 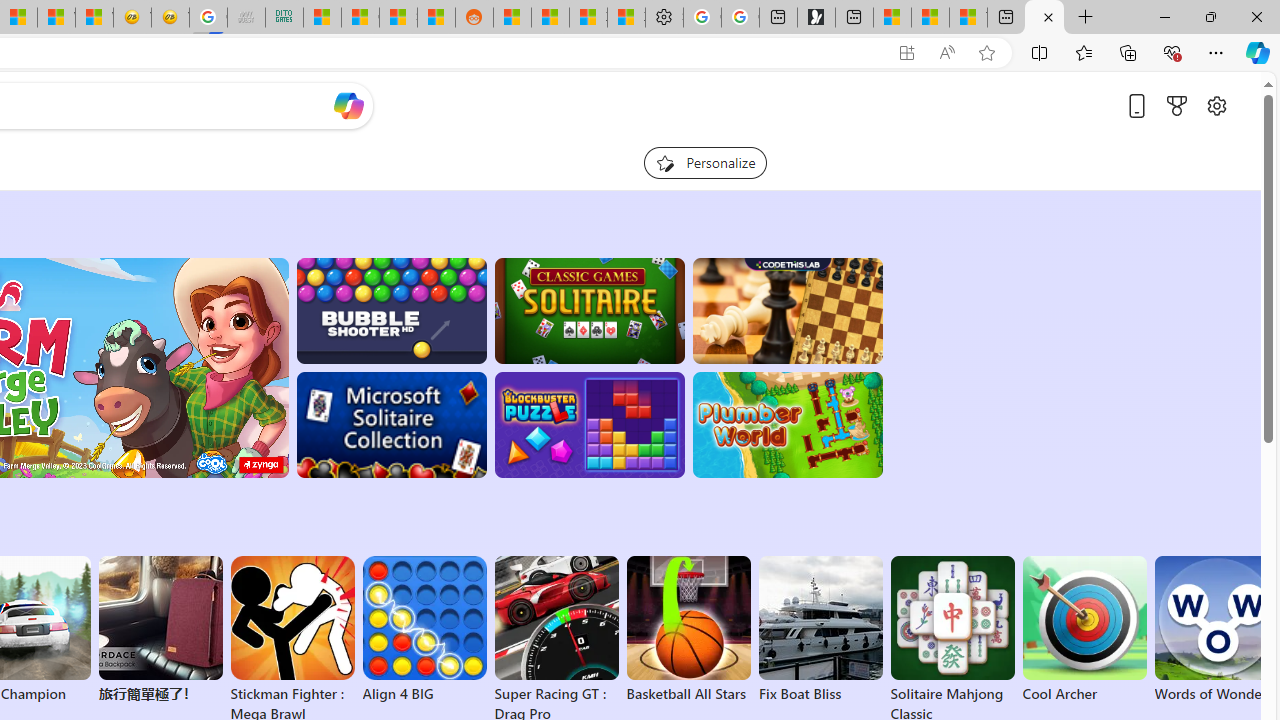 I want to click on 'Personalize your feed"', so click(x=705, y=162).